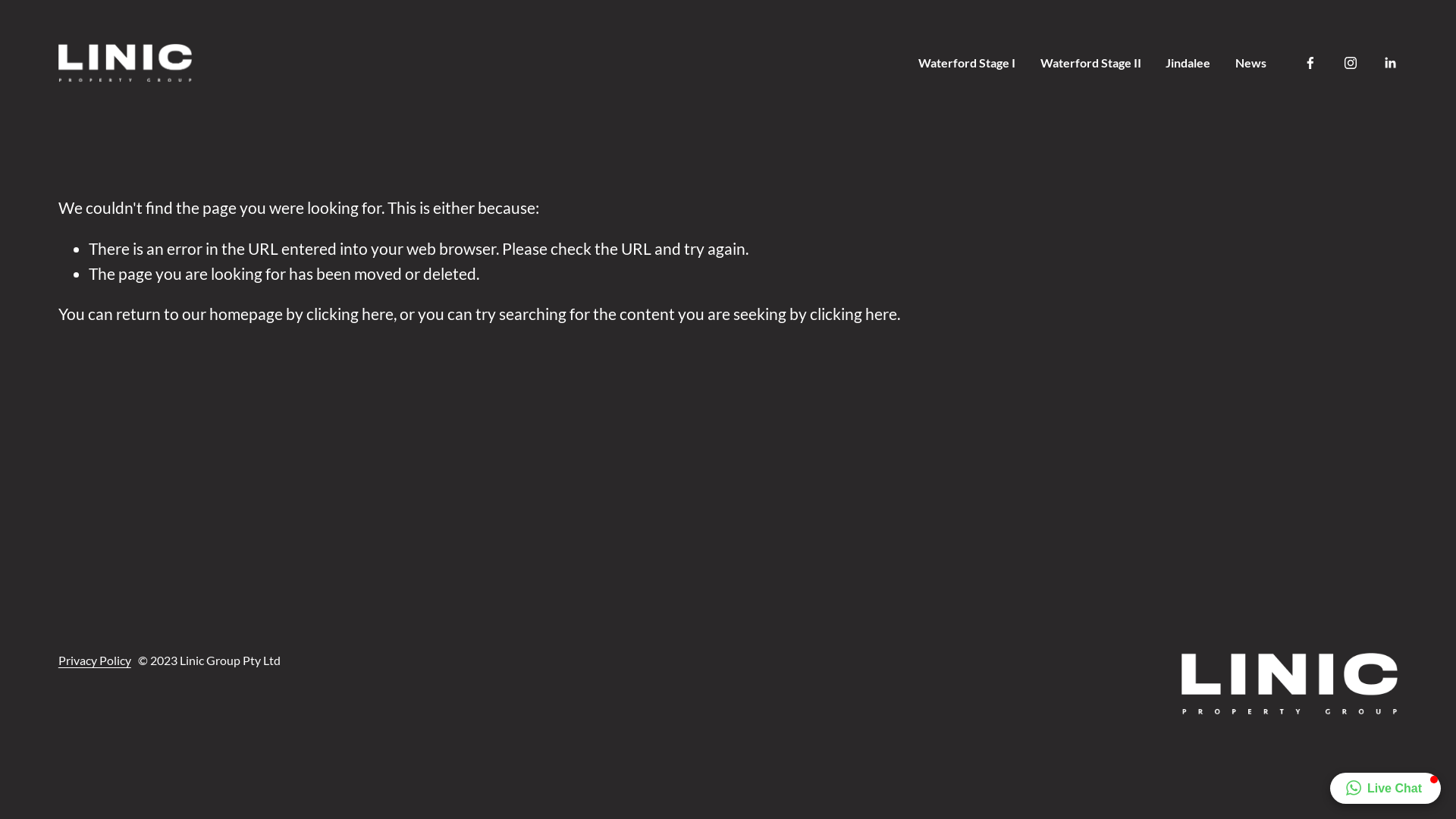 Image resolution: width=1456 pixels, height=819 pixels. What do you see at coordinates (58, 660) in the screenshot?
I see `'Privacy Policy'` at bounding box center [58, 660].